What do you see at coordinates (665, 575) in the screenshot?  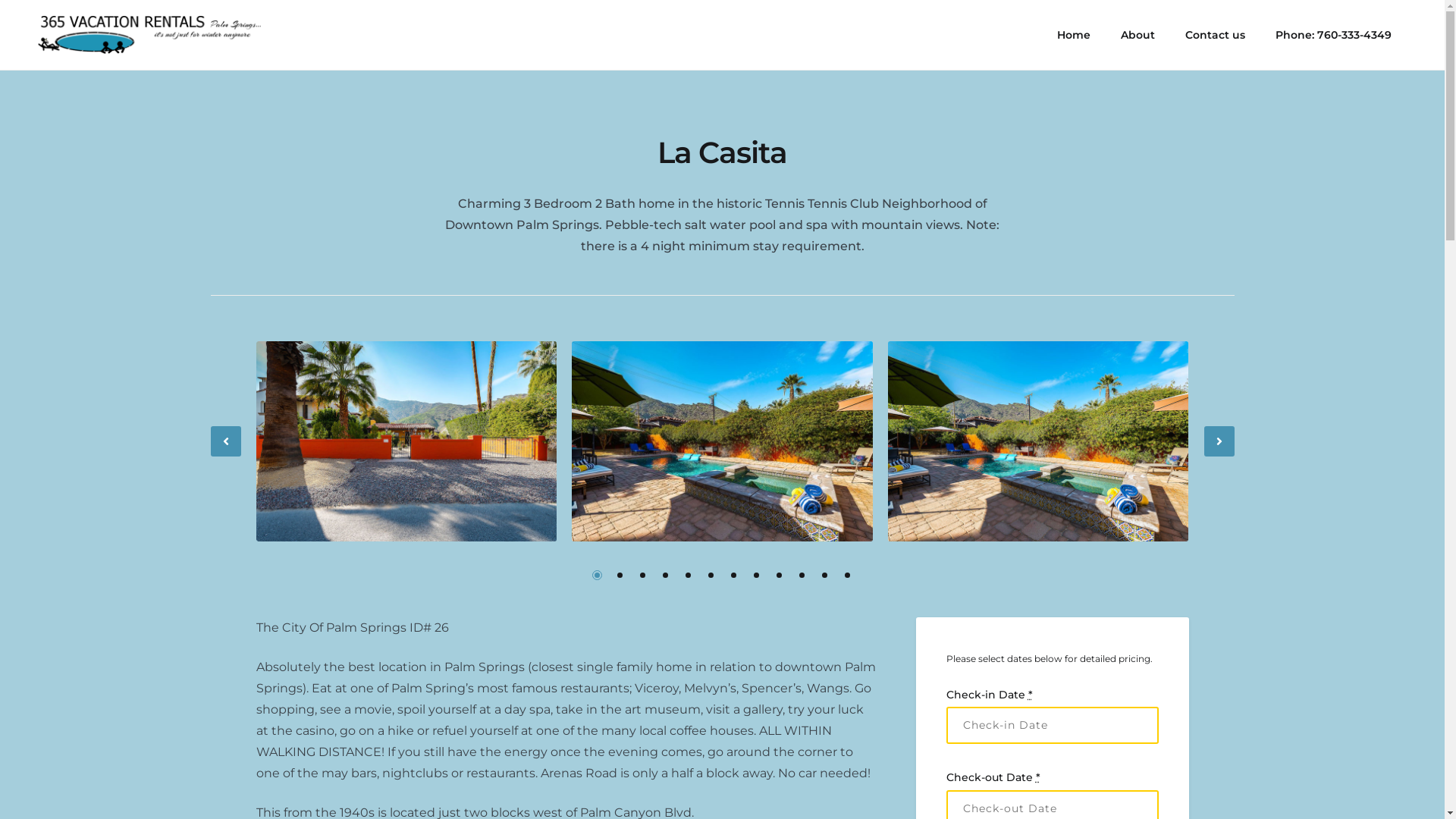 I see `'4'` at bounding box center [665, 575].